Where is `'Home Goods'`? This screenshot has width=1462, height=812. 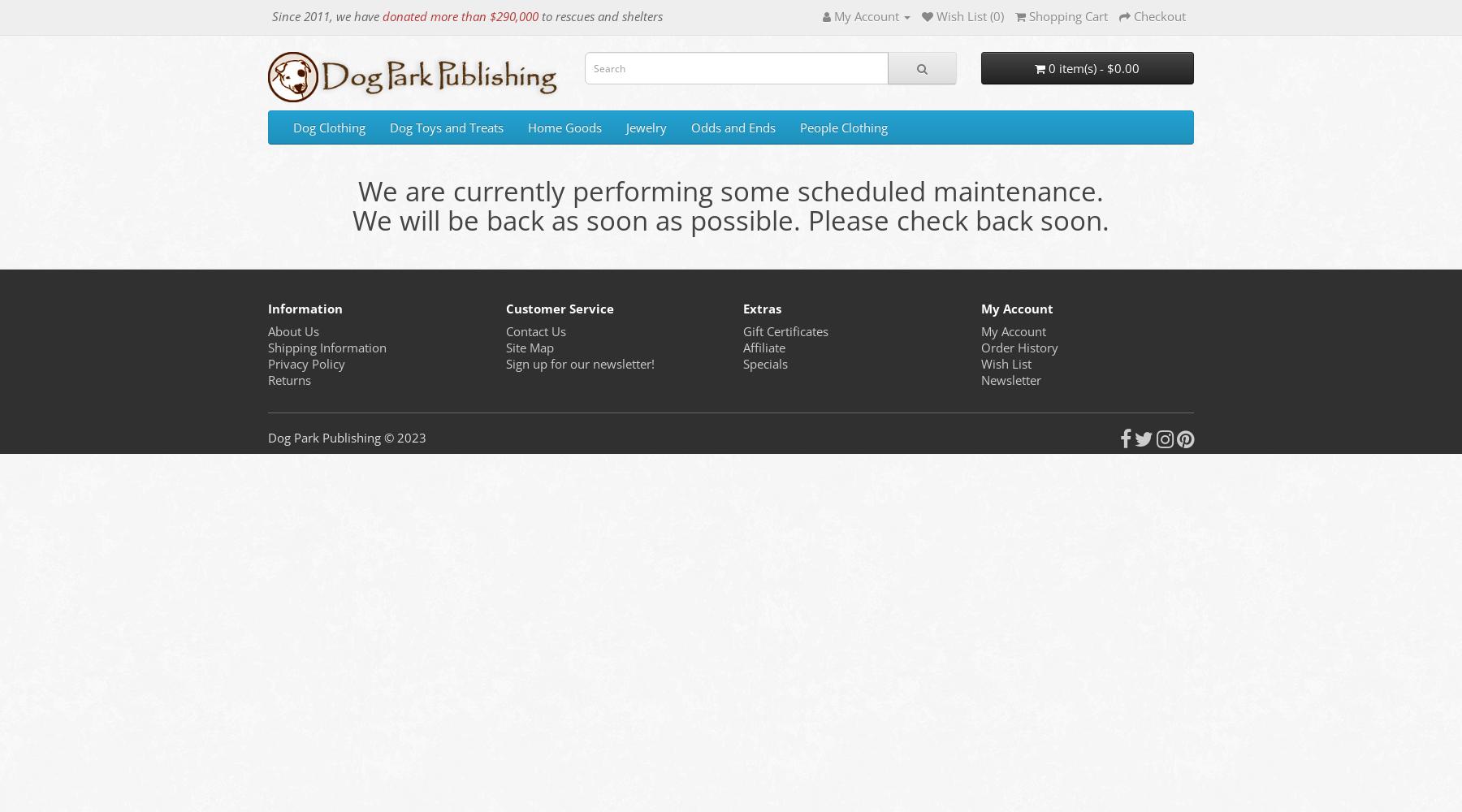 'Home Goods' is located at coordinates (564, 127).